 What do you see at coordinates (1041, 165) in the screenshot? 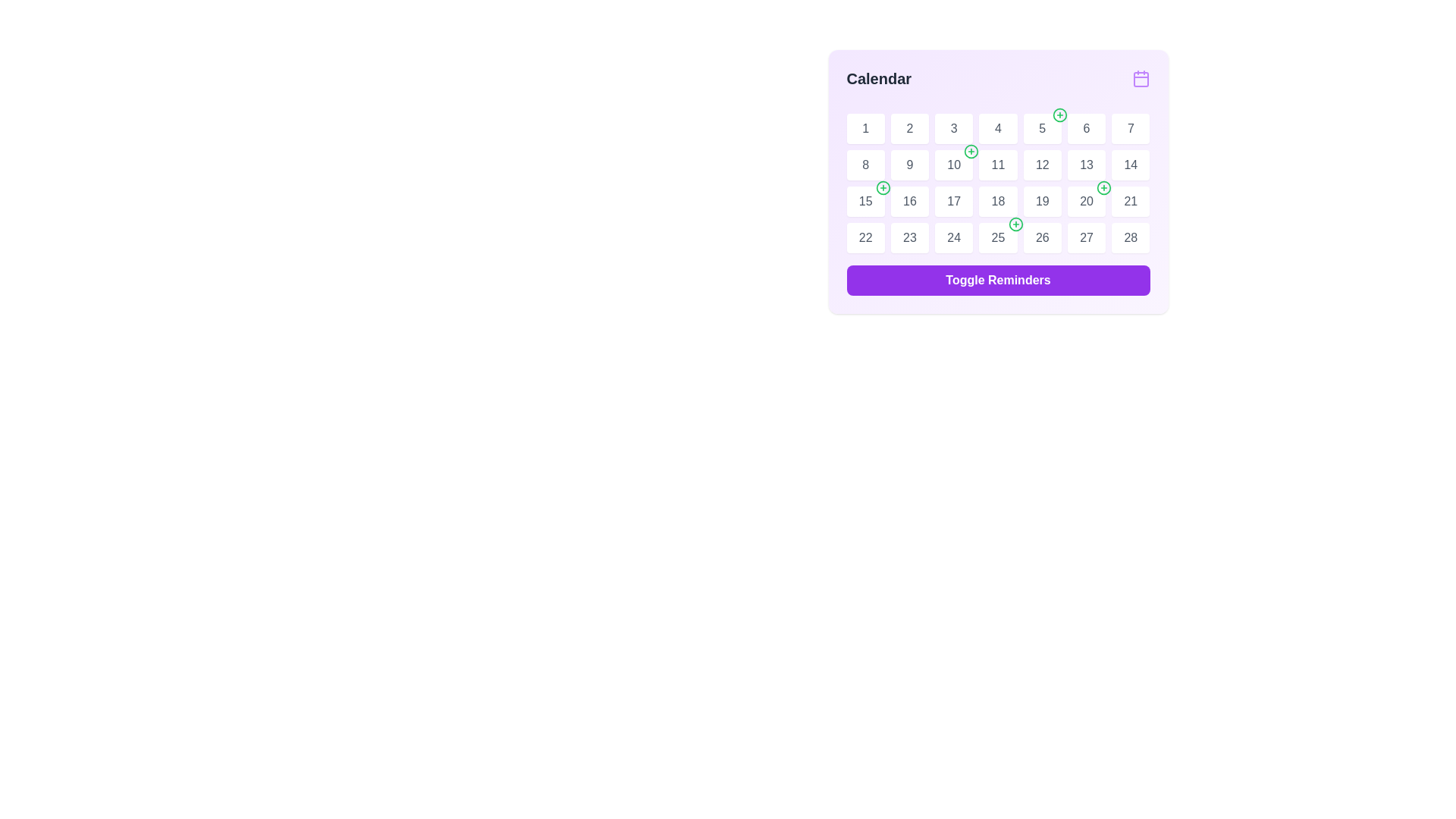
I see `the calendar button representing the 12th day of the month` at bounding box center [1041, 165].